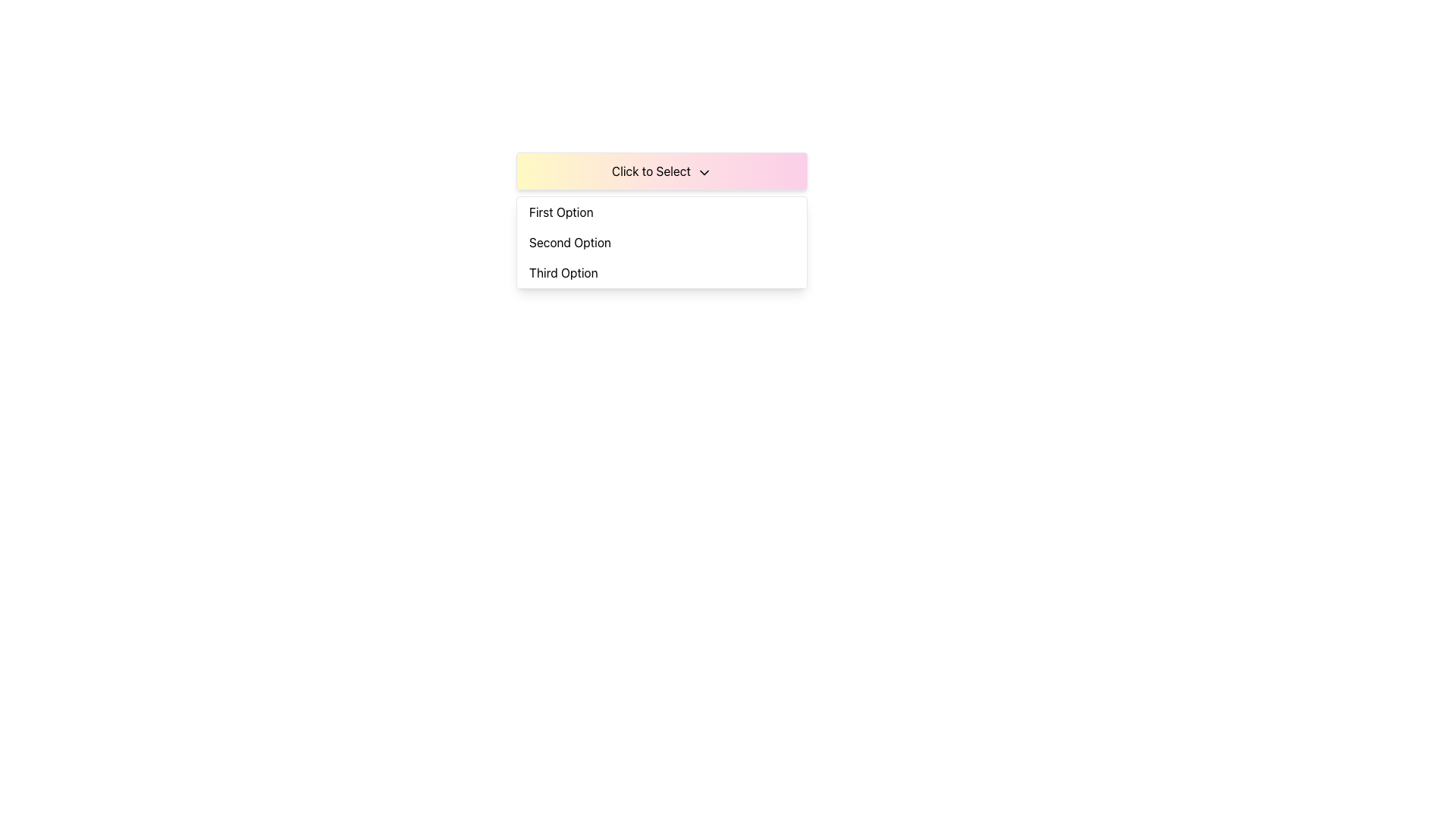  What do you see at coordinates (662, 242) in the screenshot?
I see `the second menu item in the dropdown list` at bounding box center [662, 242].